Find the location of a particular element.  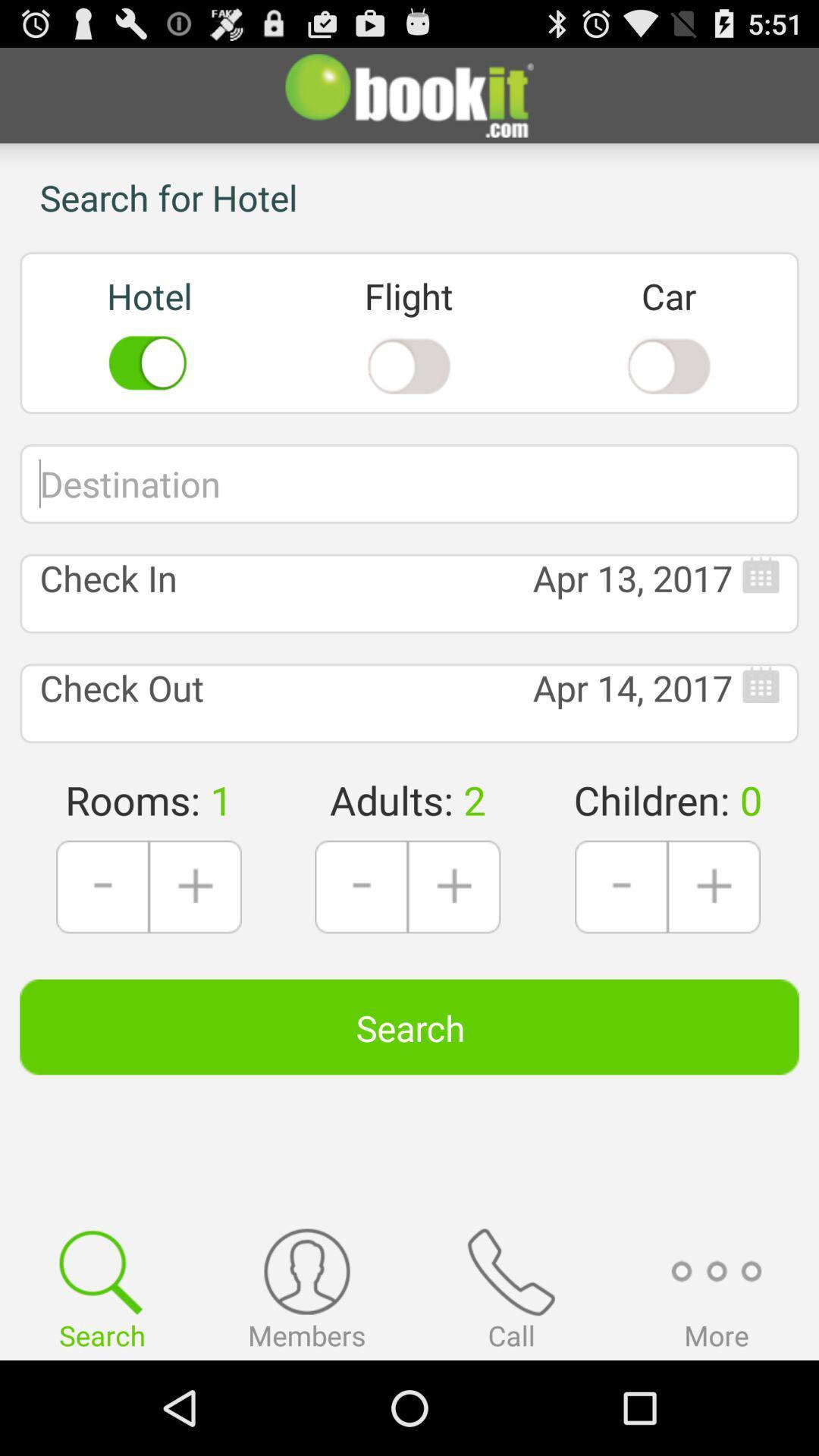

more option which is on the bottom of the page is located at coordinates (717, 1290).